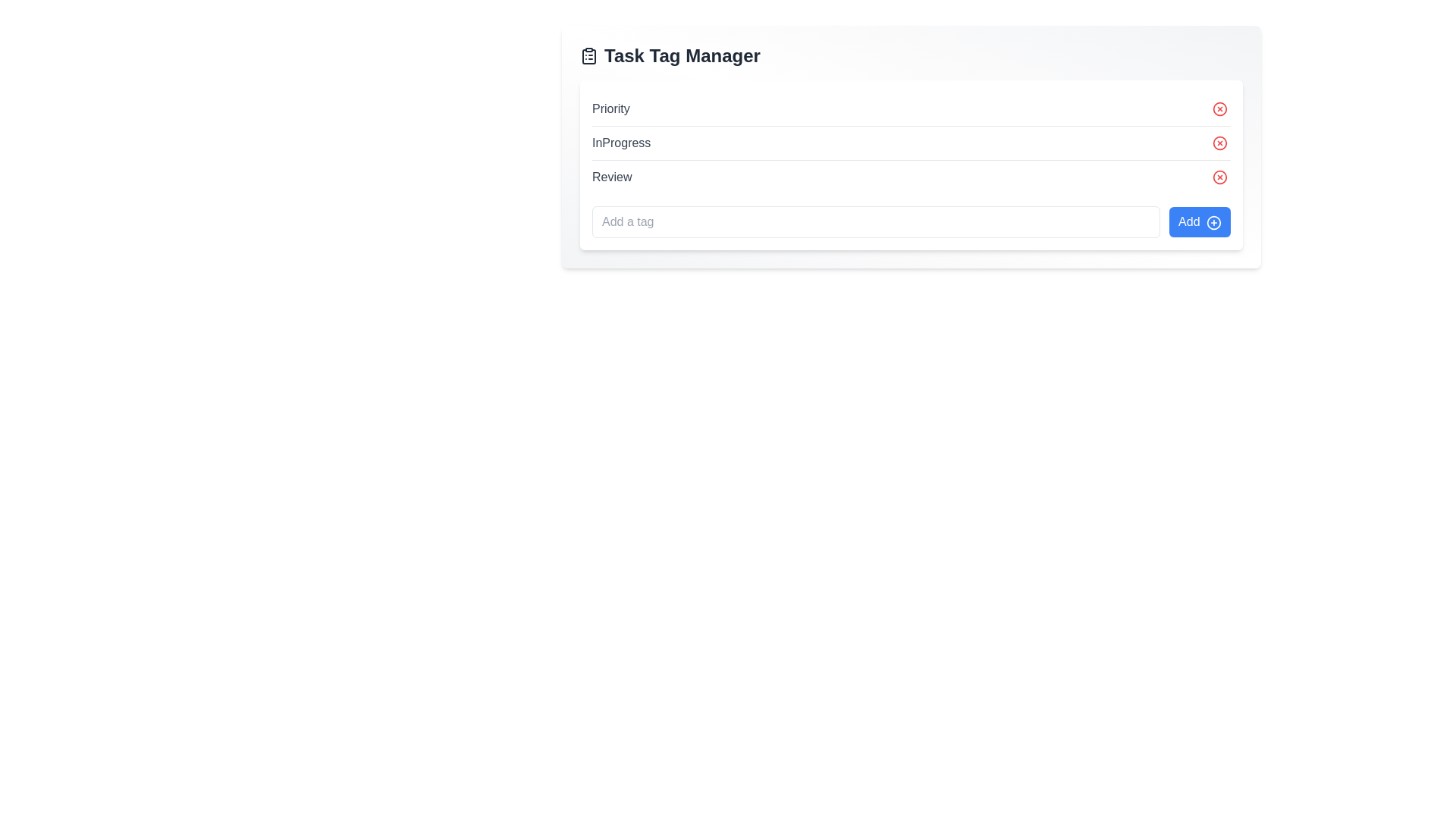 This screenshot has width=1456, height=819. Describe the element at coordinates (612, 177) in the screenshot. I see `the static text element labeled 'Review' located in the third row under 'Task Tag Manager', positioned before the delete button and adjacent icon` at that location.